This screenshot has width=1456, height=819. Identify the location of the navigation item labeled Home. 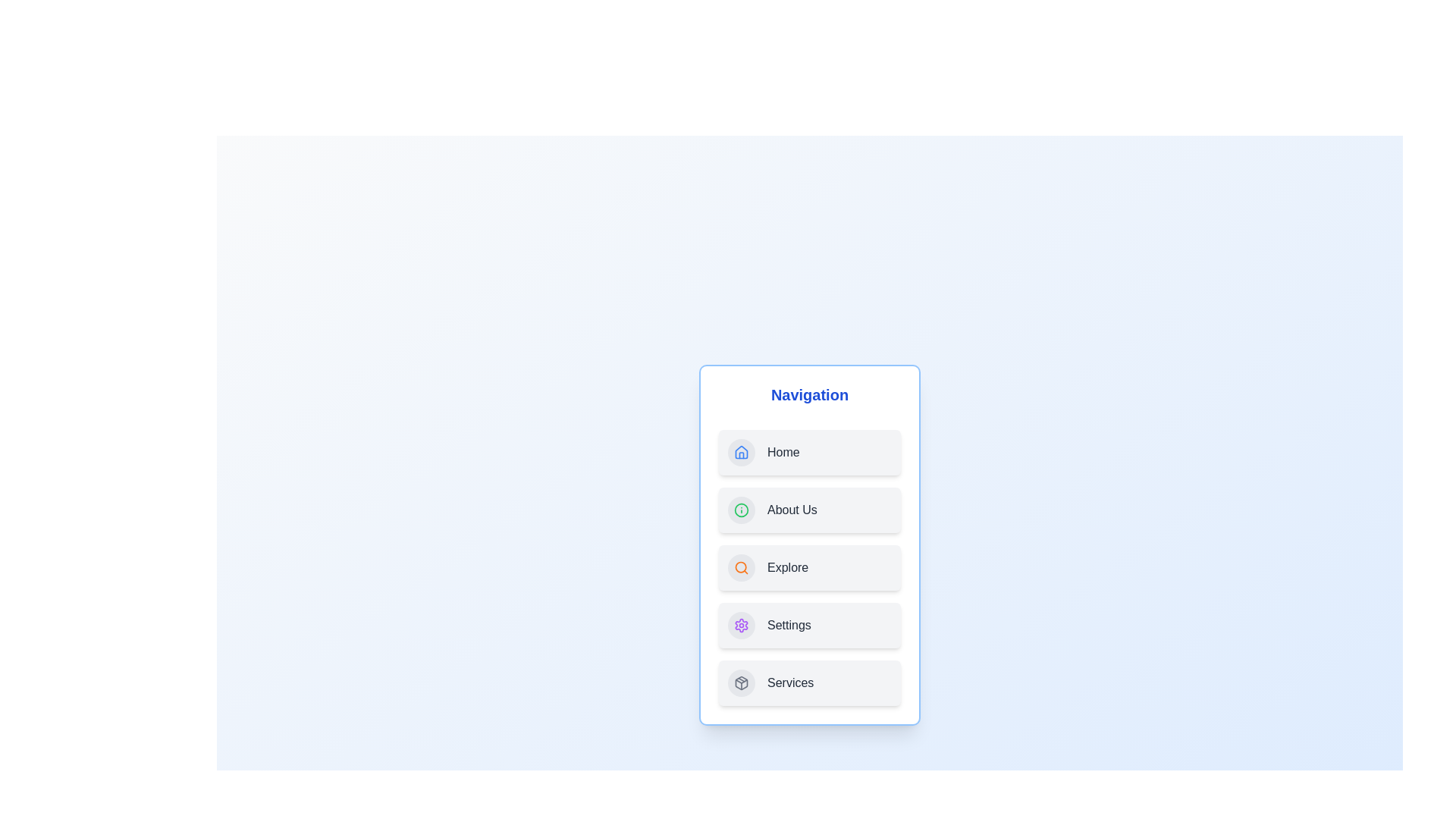
(809, 452).